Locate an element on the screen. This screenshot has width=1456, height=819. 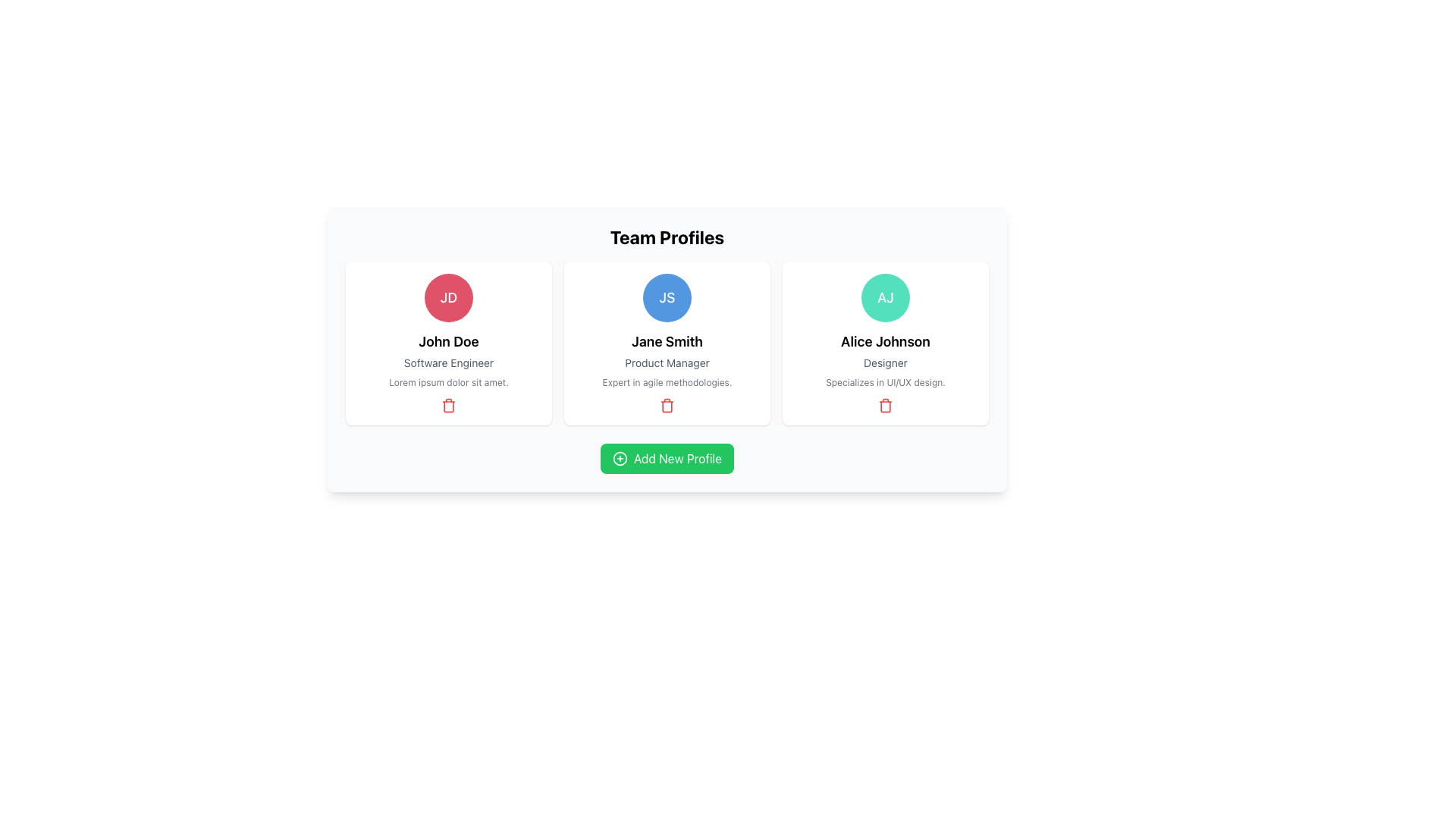
the text label displaying 'John Doe' in bold, located in the center of the profile card, positioned below the initials 'JD' and above 'Software Engineer' is located at coordinates (447, 342).